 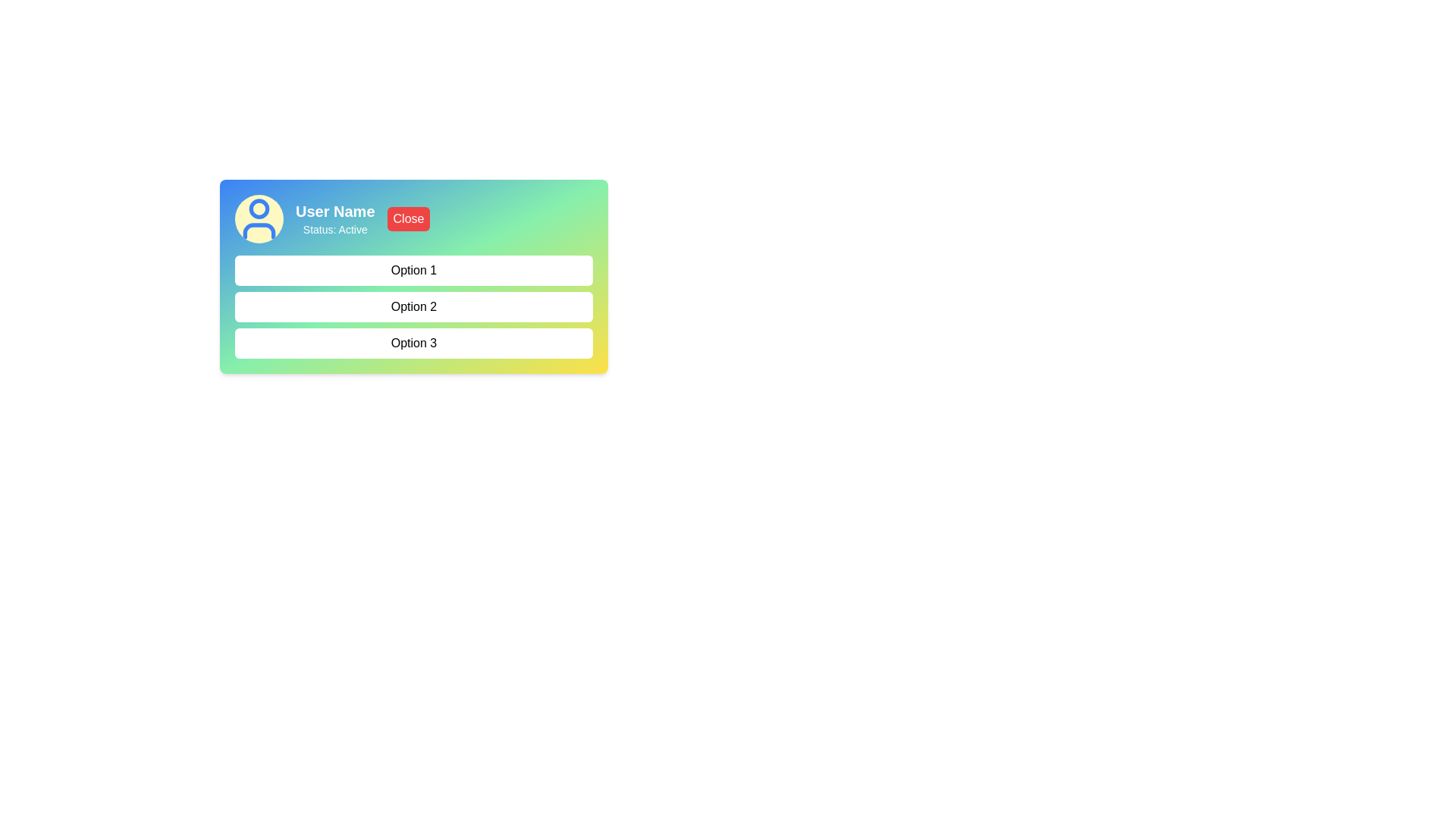 I want to click on the 'User Name' label, which prominently displays the text in large, bold font against a gradient background transitioning from blue to green, located at the top-left section of the card, so click(x=334, y=211).